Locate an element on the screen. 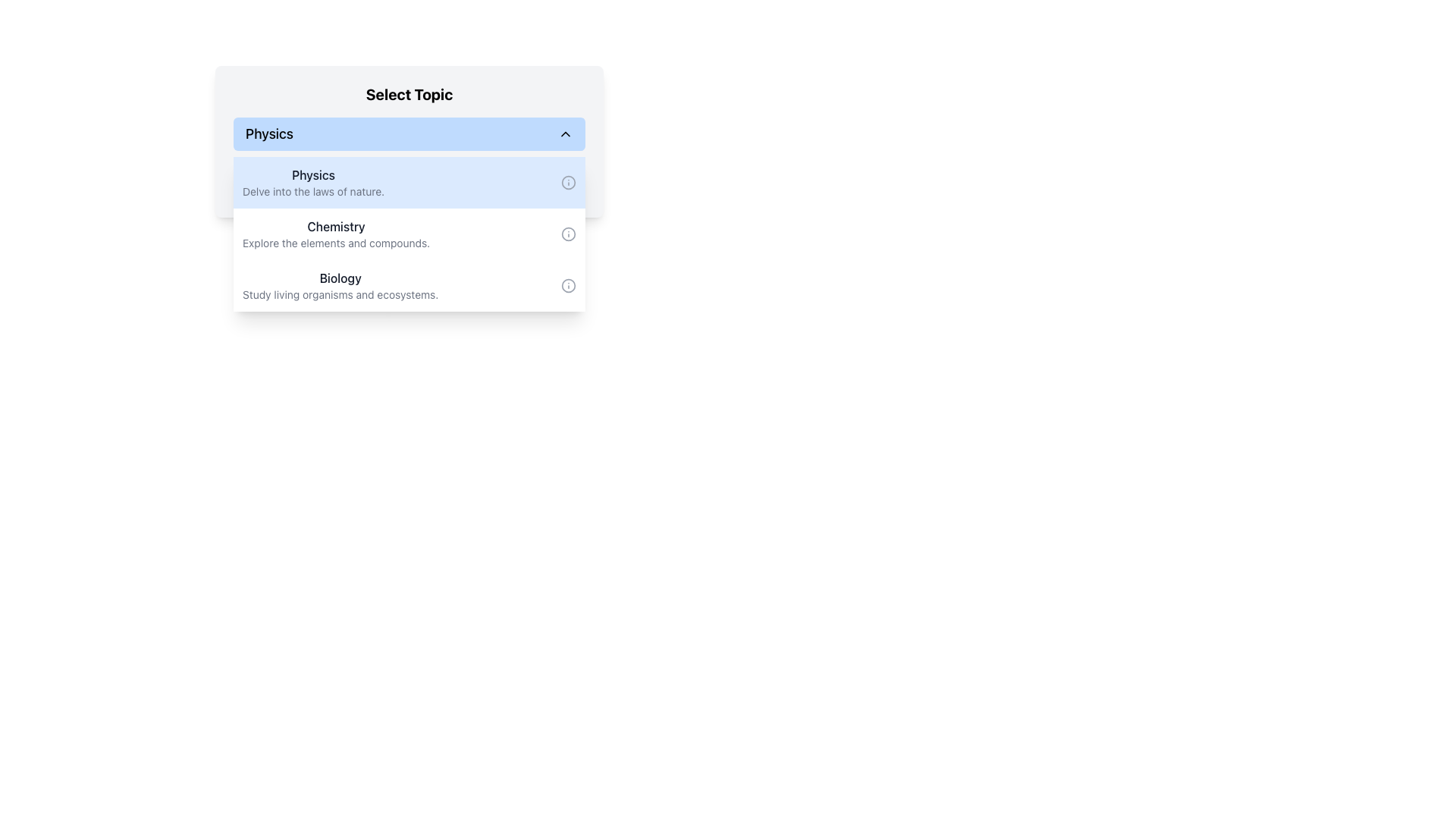  the 'Chemistry' selectable list item is located at coordinates (409, 234).